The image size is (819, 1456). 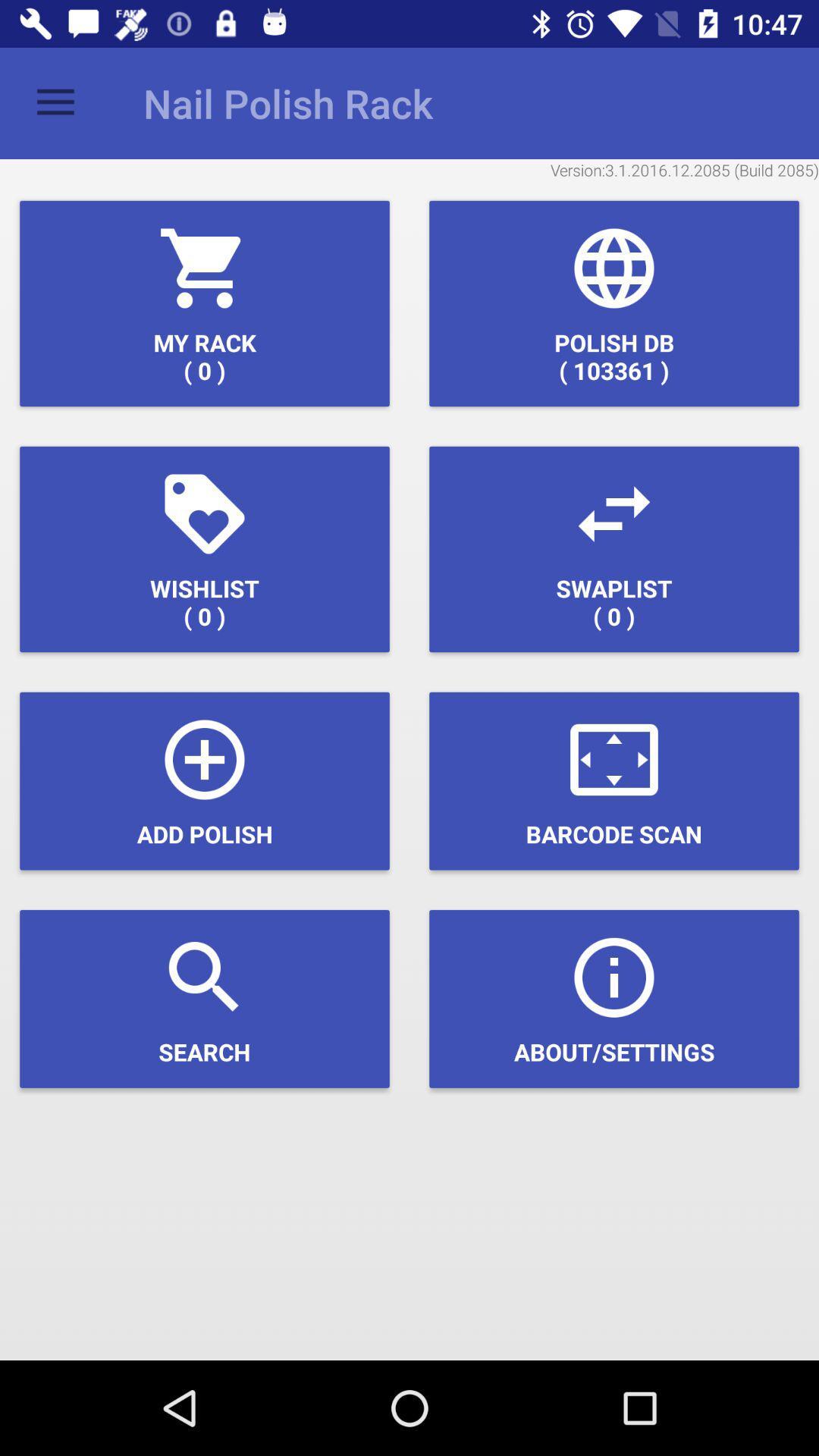 What do you see at coordinates (205, 548) in the screenshot?
I see `the item below my rack` at bounding box center [205, 548].